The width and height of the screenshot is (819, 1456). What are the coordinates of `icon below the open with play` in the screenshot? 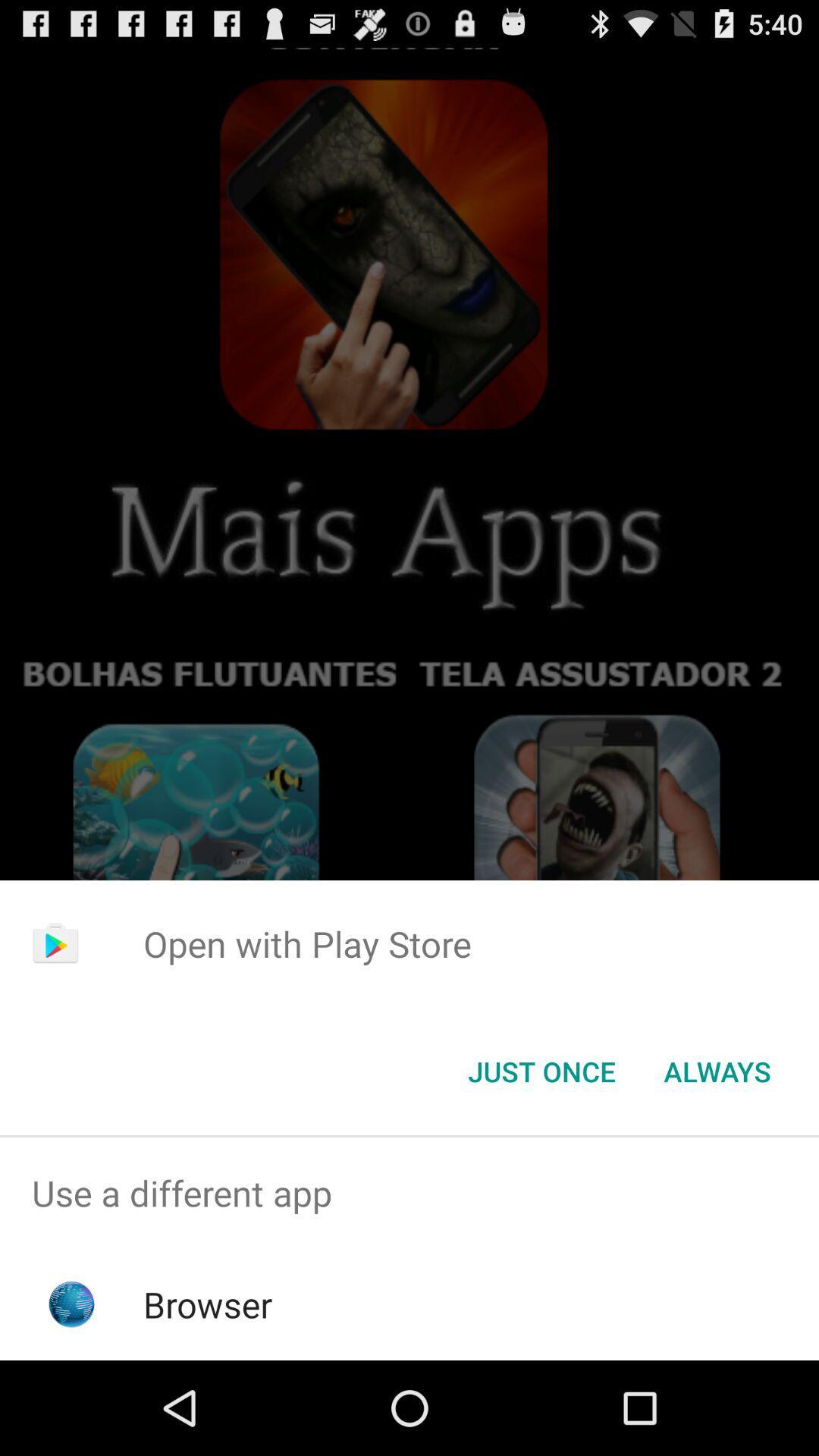 It's located at (541, 1070).